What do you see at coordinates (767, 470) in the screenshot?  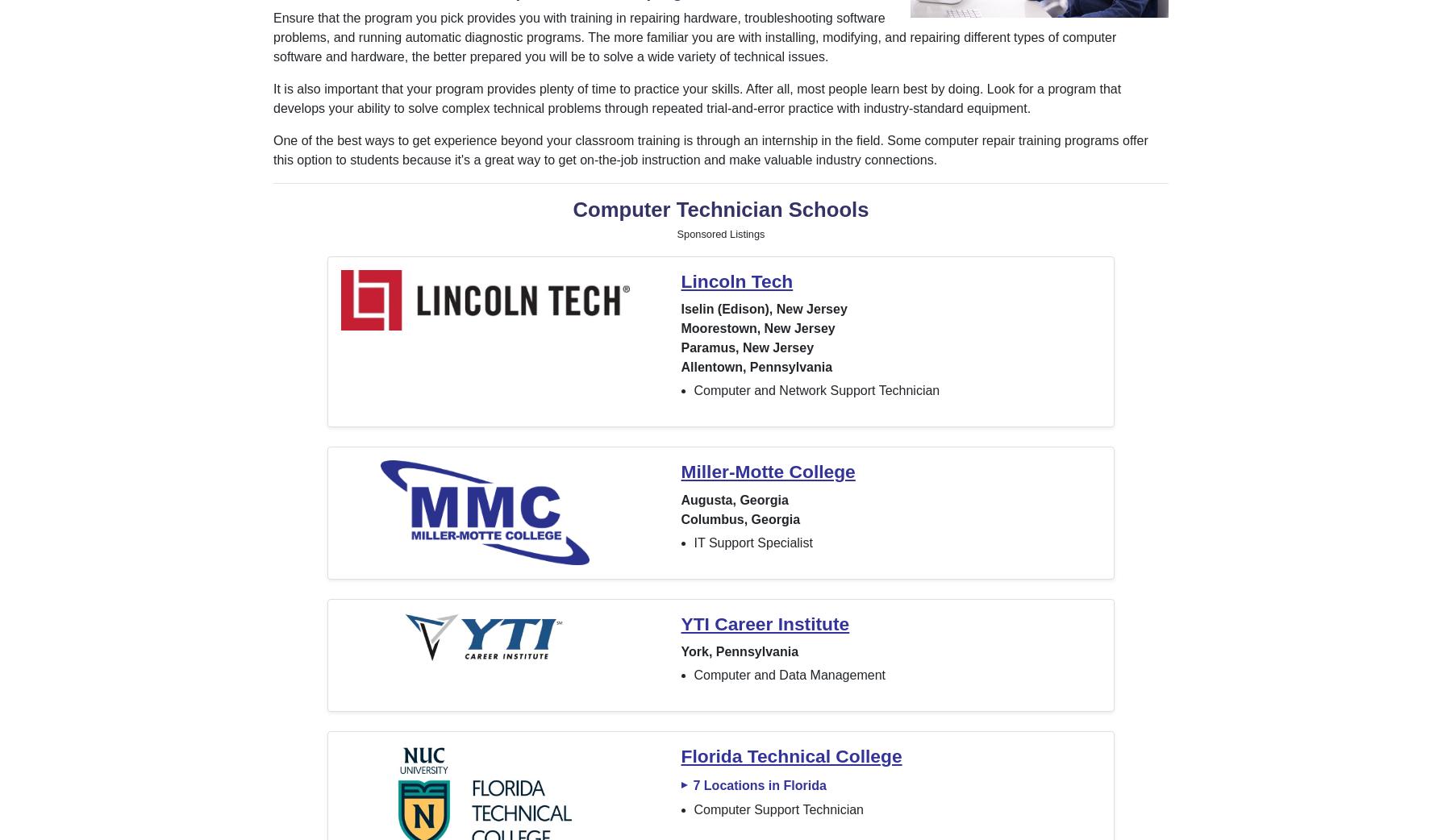 I see `'Miller-Motte College'` at bounding box center [767, 470].